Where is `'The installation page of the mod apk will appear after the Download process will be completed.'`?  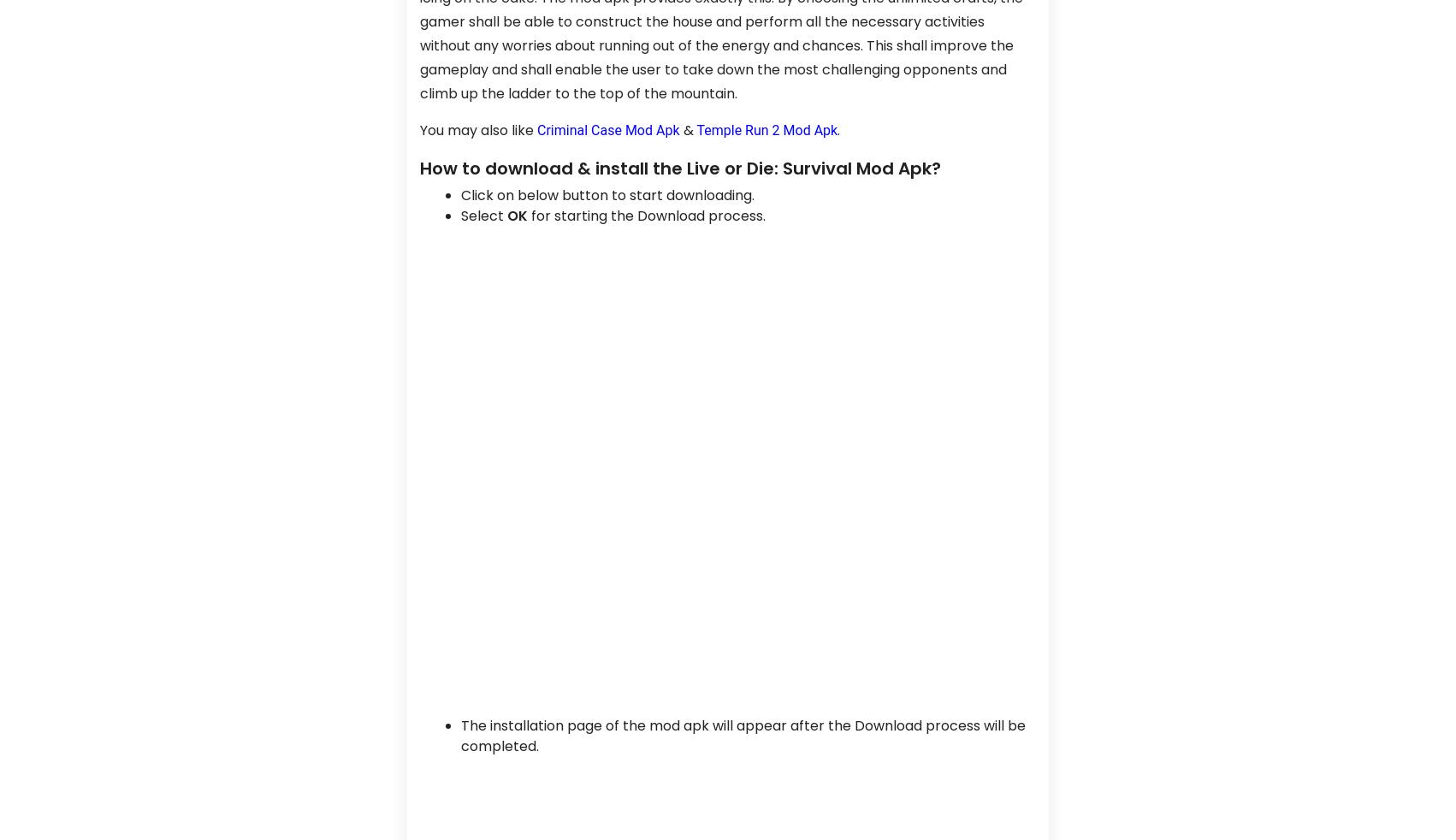 'The installation page of the mod apk will appear after the Download process will be completed.' is located at coordinates (743, 735).